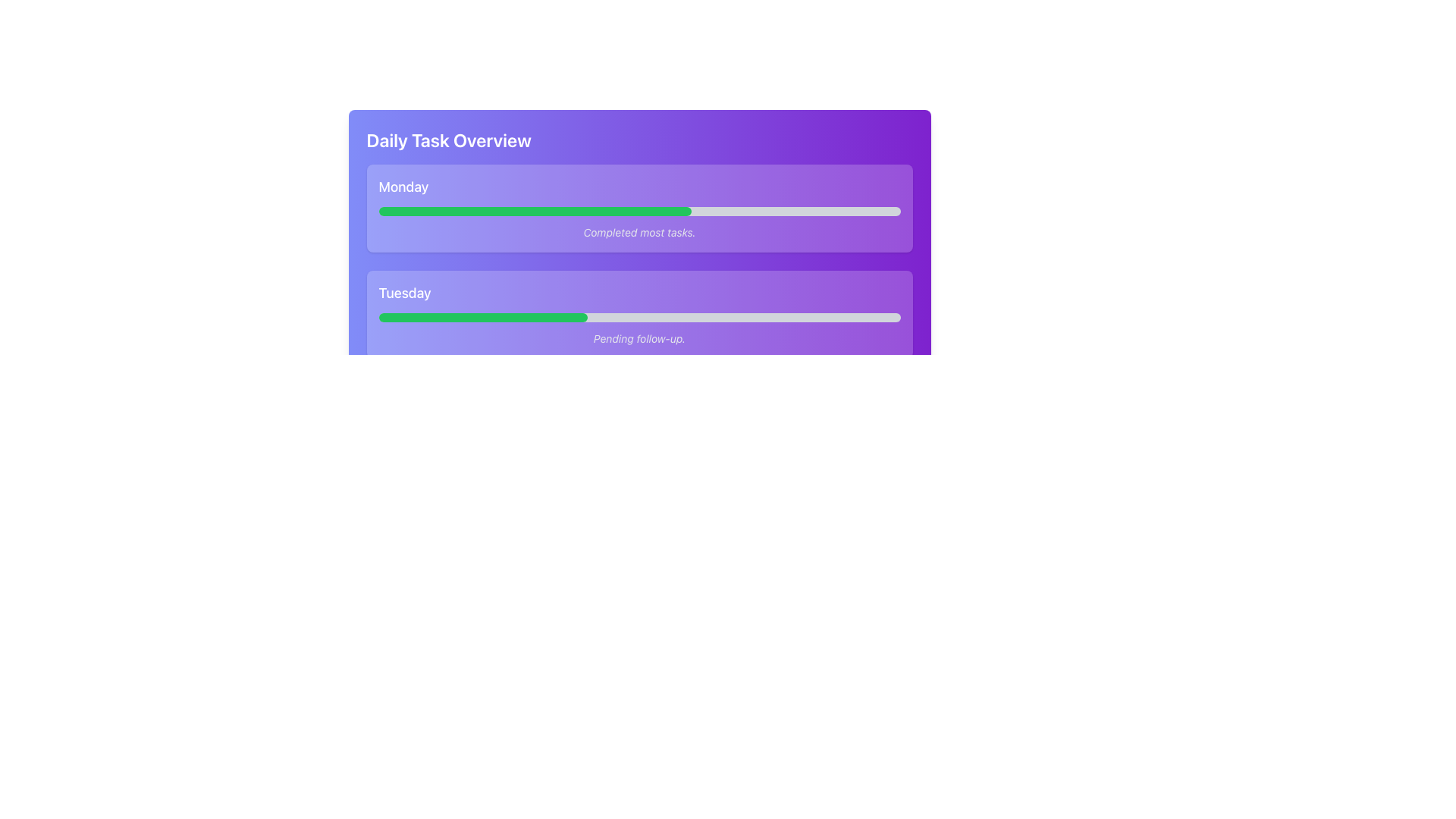 This screenshot has height=819, width=1456. I want to click on information displayed on the Task progress card for Tuesday, which is the second card in the vertical layout, to understand the task status, so click(639, 314).